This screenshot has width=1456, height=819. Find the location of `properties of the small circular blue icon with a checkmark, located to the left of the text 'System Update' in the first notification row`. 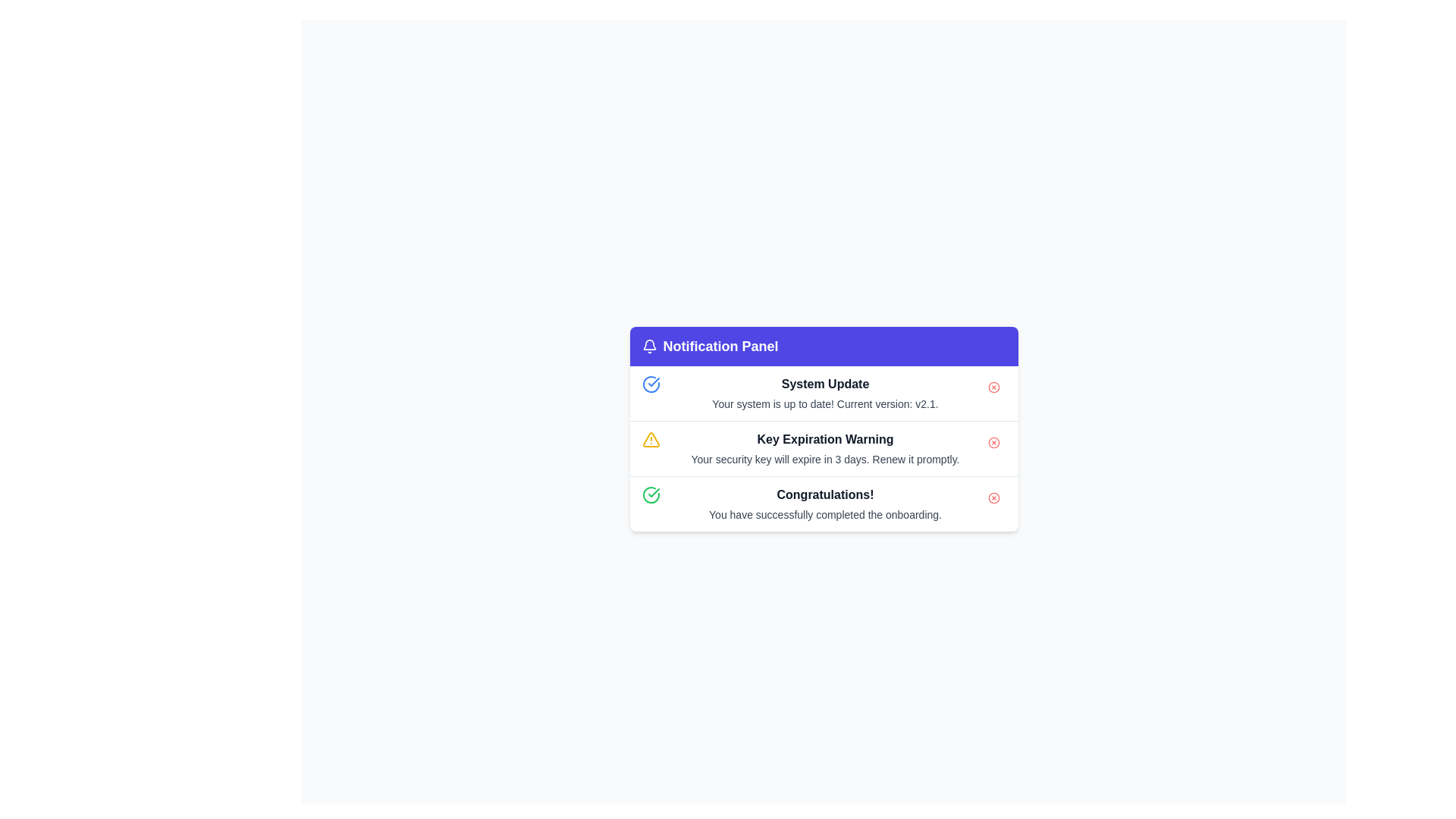

properties of the small circular blue icon with a checkmark, located to the left of the text 'System Update' in the first notification row is located at coordinates (651, 383).